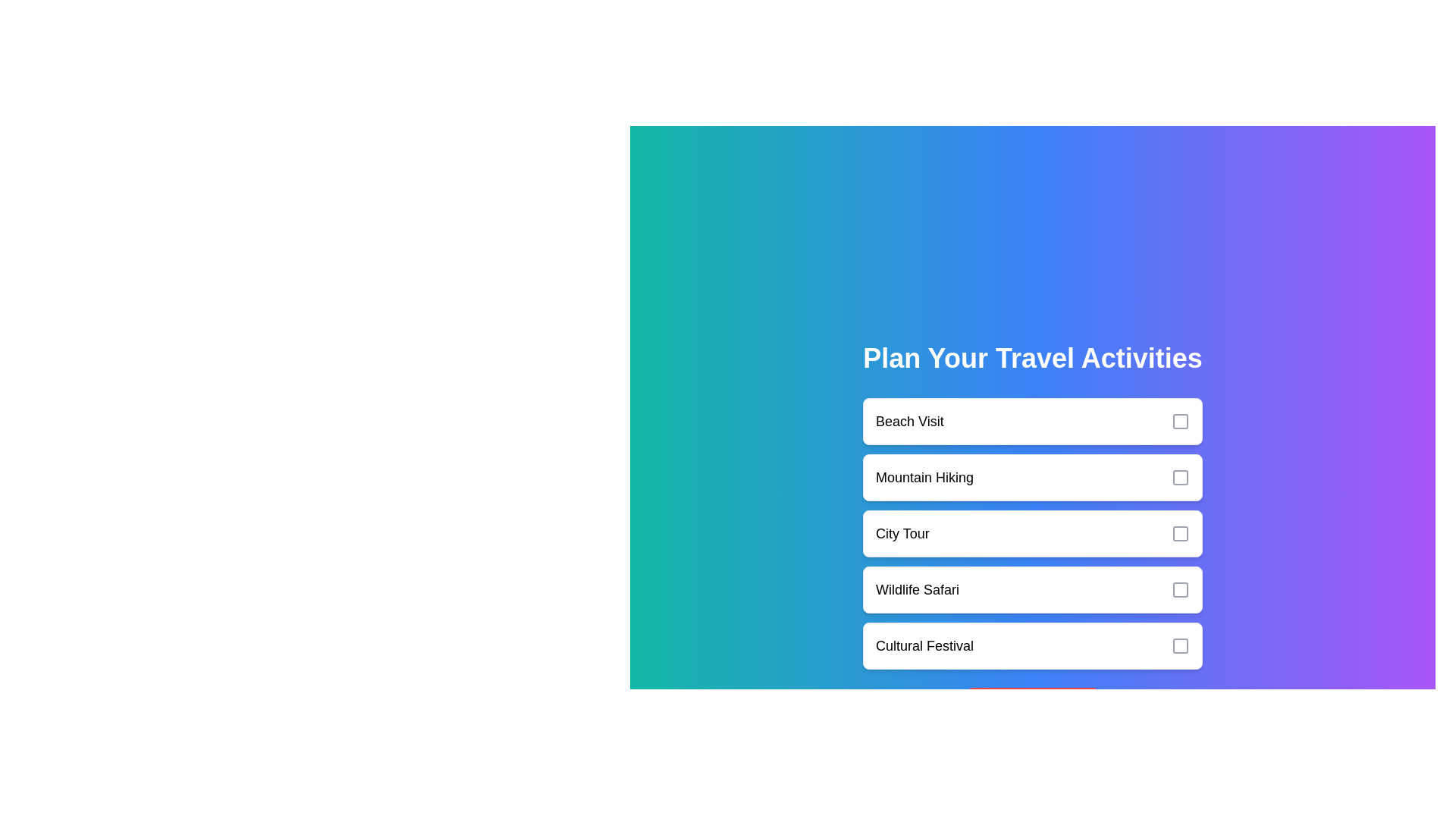 The height and width of the screenshot is (819, 1456). What do you see at coordinates (1032, 476) in the screenshot?
I see `the activity Mountain Hiking to observe the hover effect` at bounding box center [1032, 476].